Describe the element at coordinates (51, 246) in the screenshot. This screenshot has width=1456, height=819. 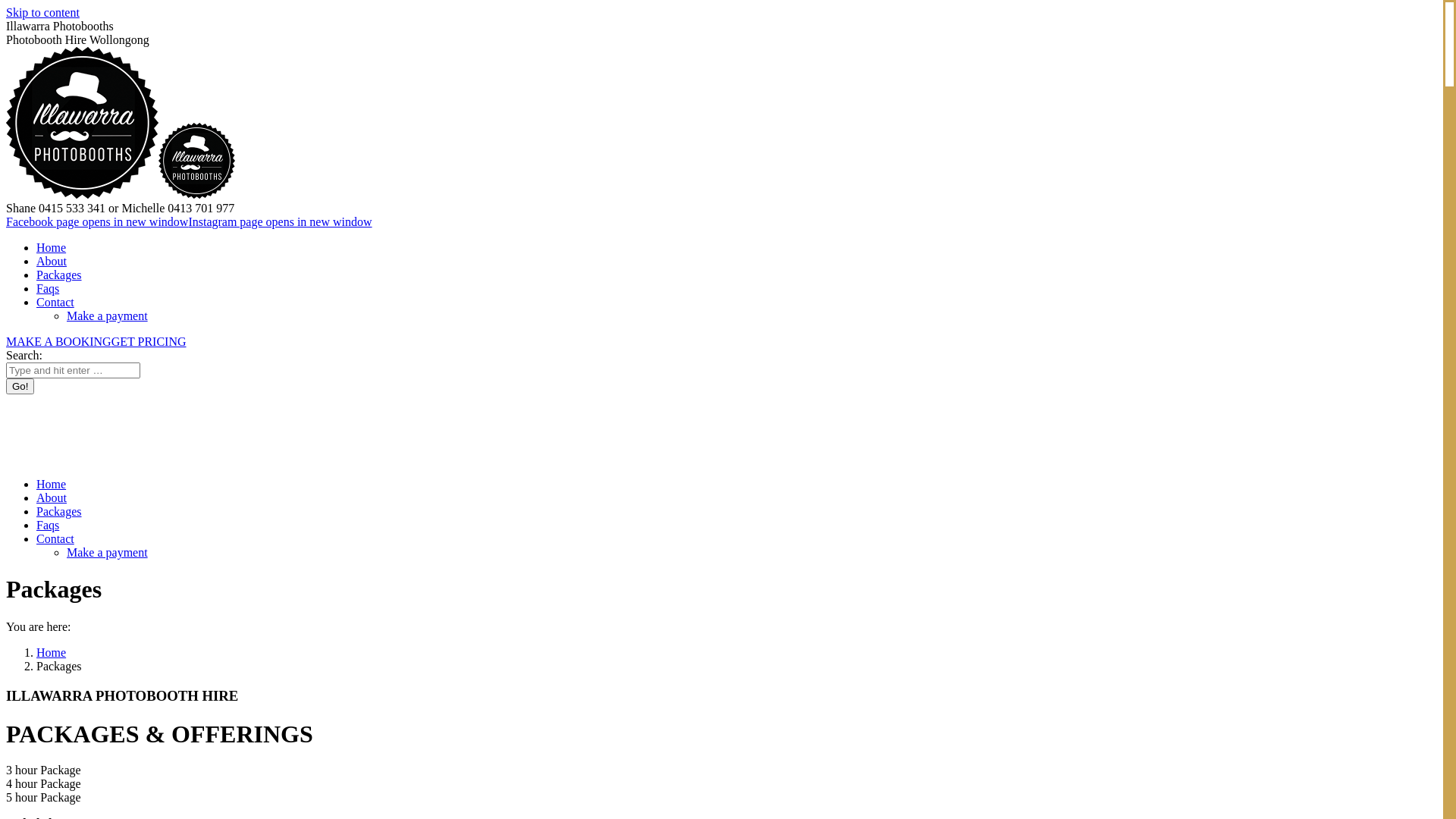
I see `'Home'` at that location.